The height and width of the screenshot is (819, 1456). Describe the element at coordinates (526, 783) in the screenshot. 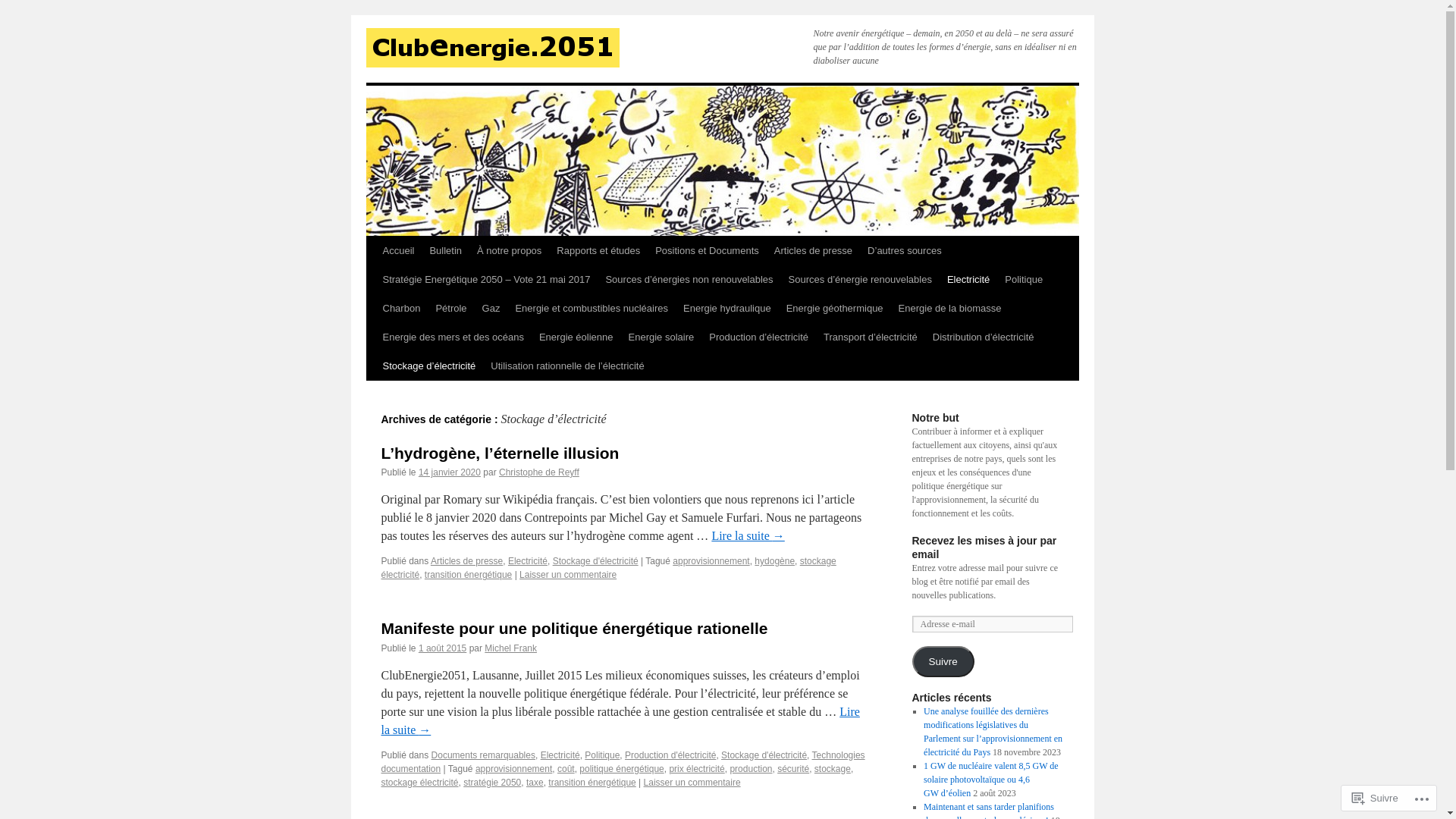

I see `'taxe'` at that location.